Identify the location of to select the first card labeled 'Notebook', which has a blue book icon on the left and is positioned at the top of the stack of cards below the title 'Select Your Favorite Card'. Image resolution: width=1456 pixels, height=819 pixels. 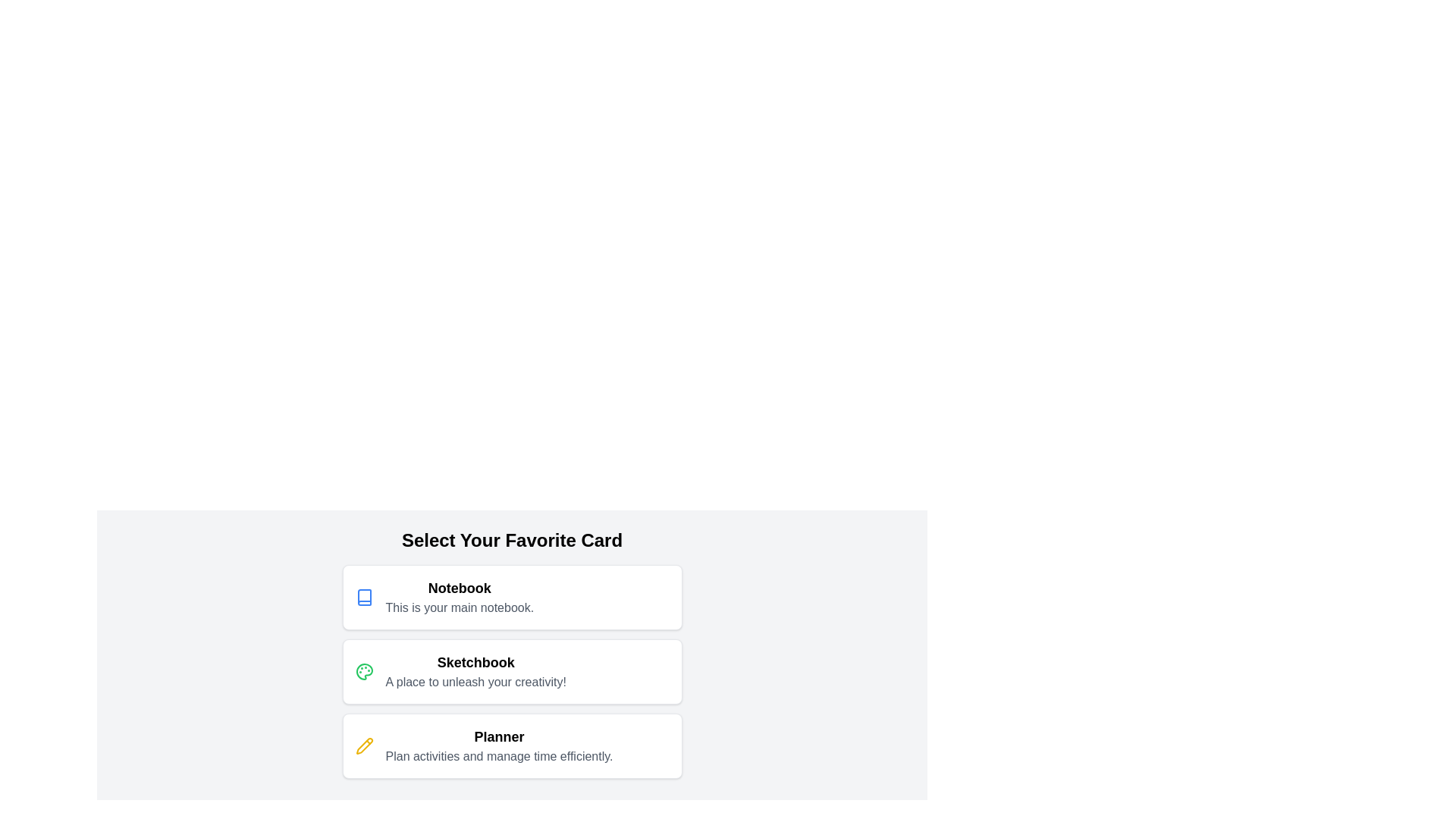
(512, 596).